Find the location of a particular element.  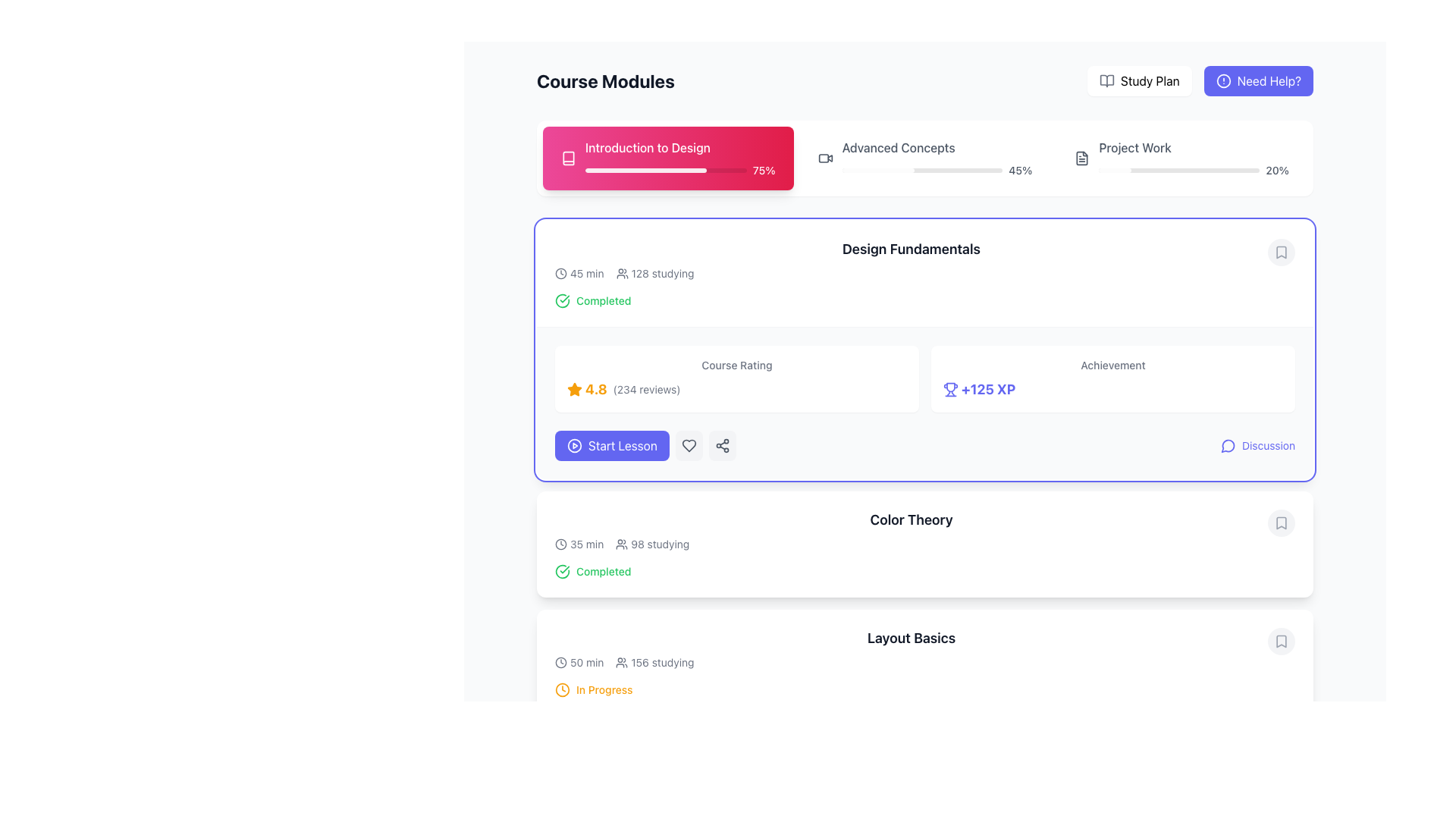

the filled portion of the progress indicator in the 'Advanced Concepts' section to represent progress visually is located at coordinates (878, 170).